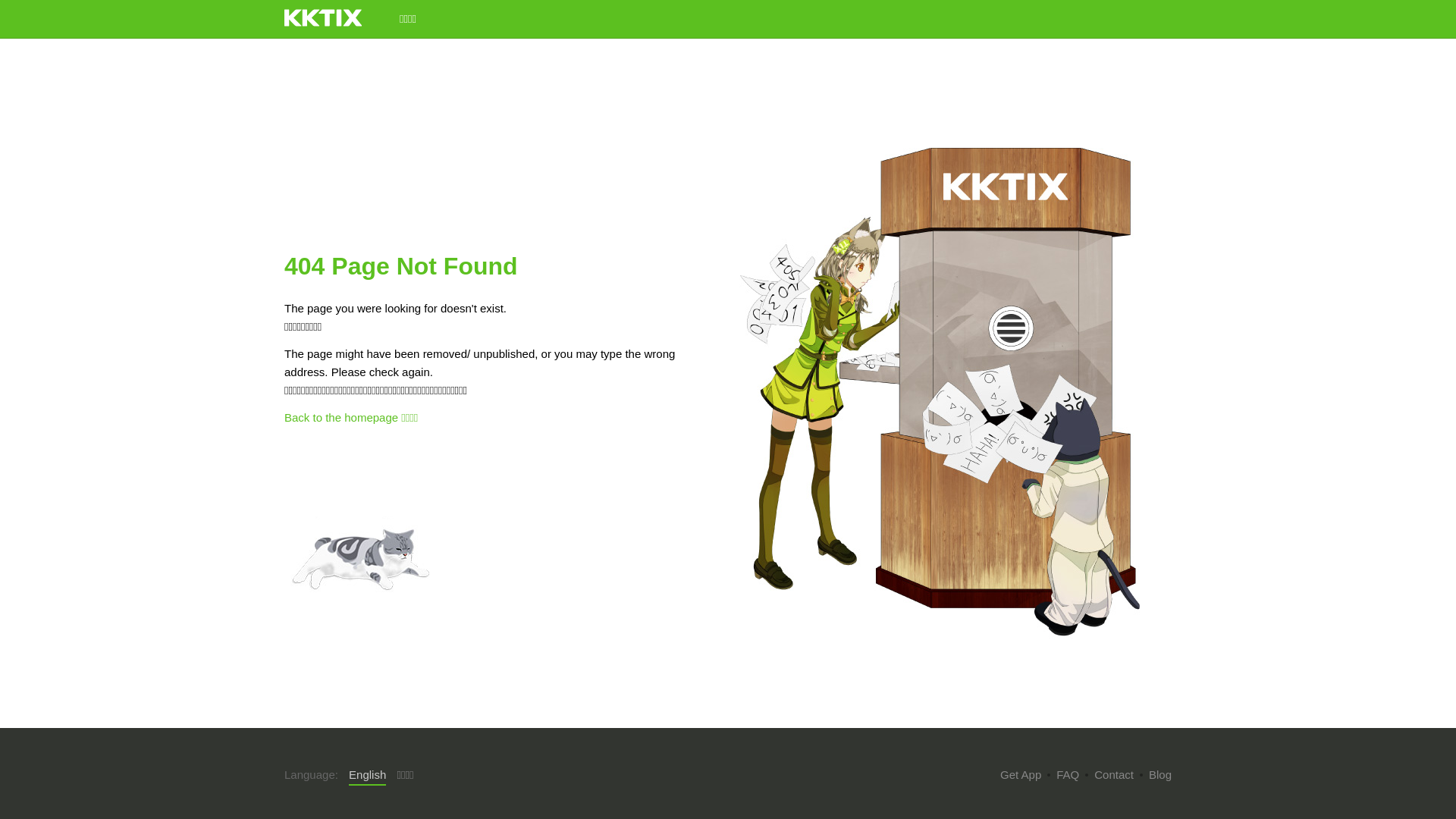 The image size is (1456, 819). Describe the element at coordinates (1094, 774) in the screenshot. I see `'Contact'` at that location.